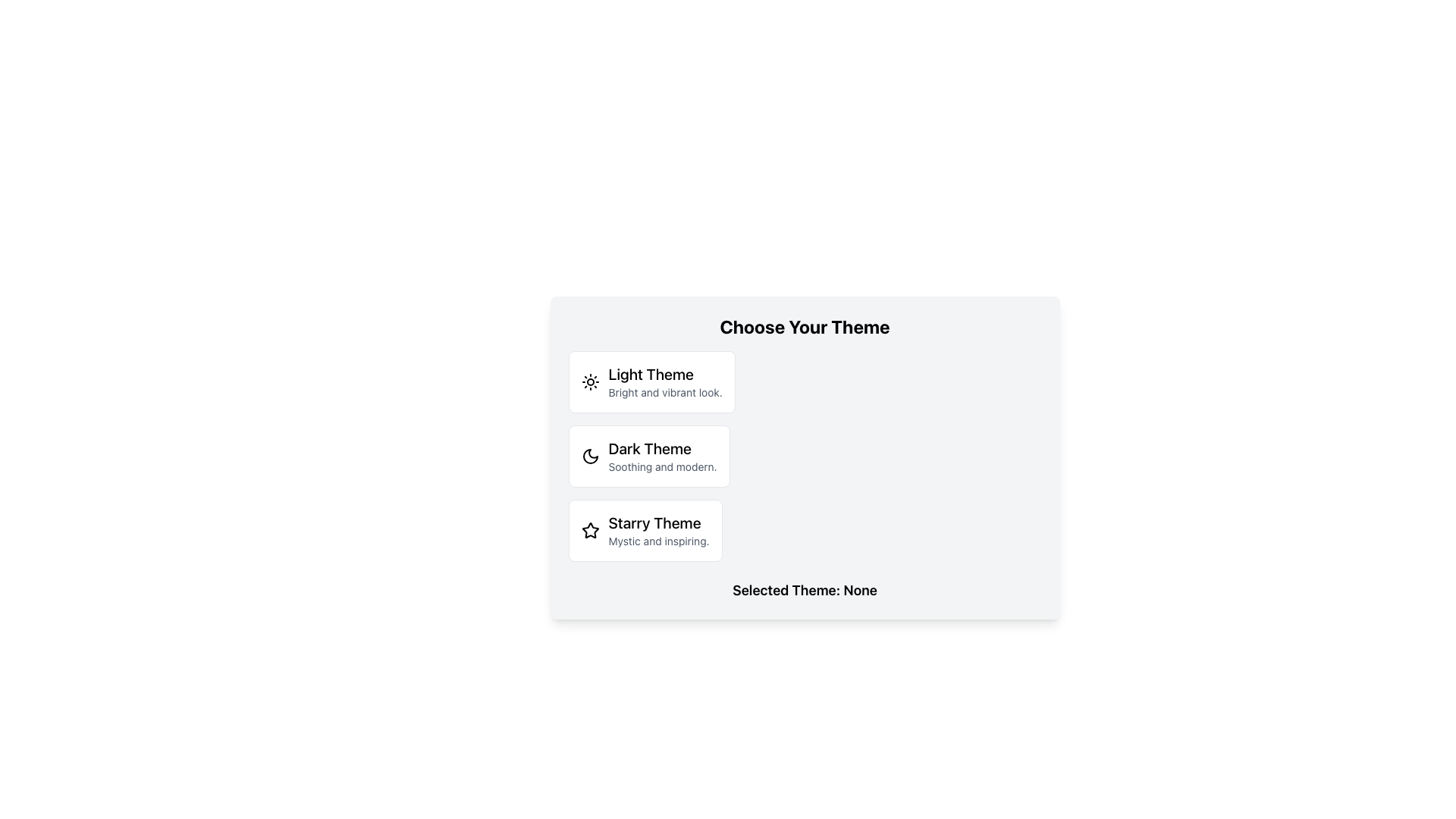 The width and height of the screenshot is (1456, 819). What do you see at coordinates (665, 391) in the screenshot?
I see `text label that says 'Bright and vibrant look.' which is styled in a smaller gray font and is positioned directly beneath the 'Light Theme' title` at bounding box center [665, 391].